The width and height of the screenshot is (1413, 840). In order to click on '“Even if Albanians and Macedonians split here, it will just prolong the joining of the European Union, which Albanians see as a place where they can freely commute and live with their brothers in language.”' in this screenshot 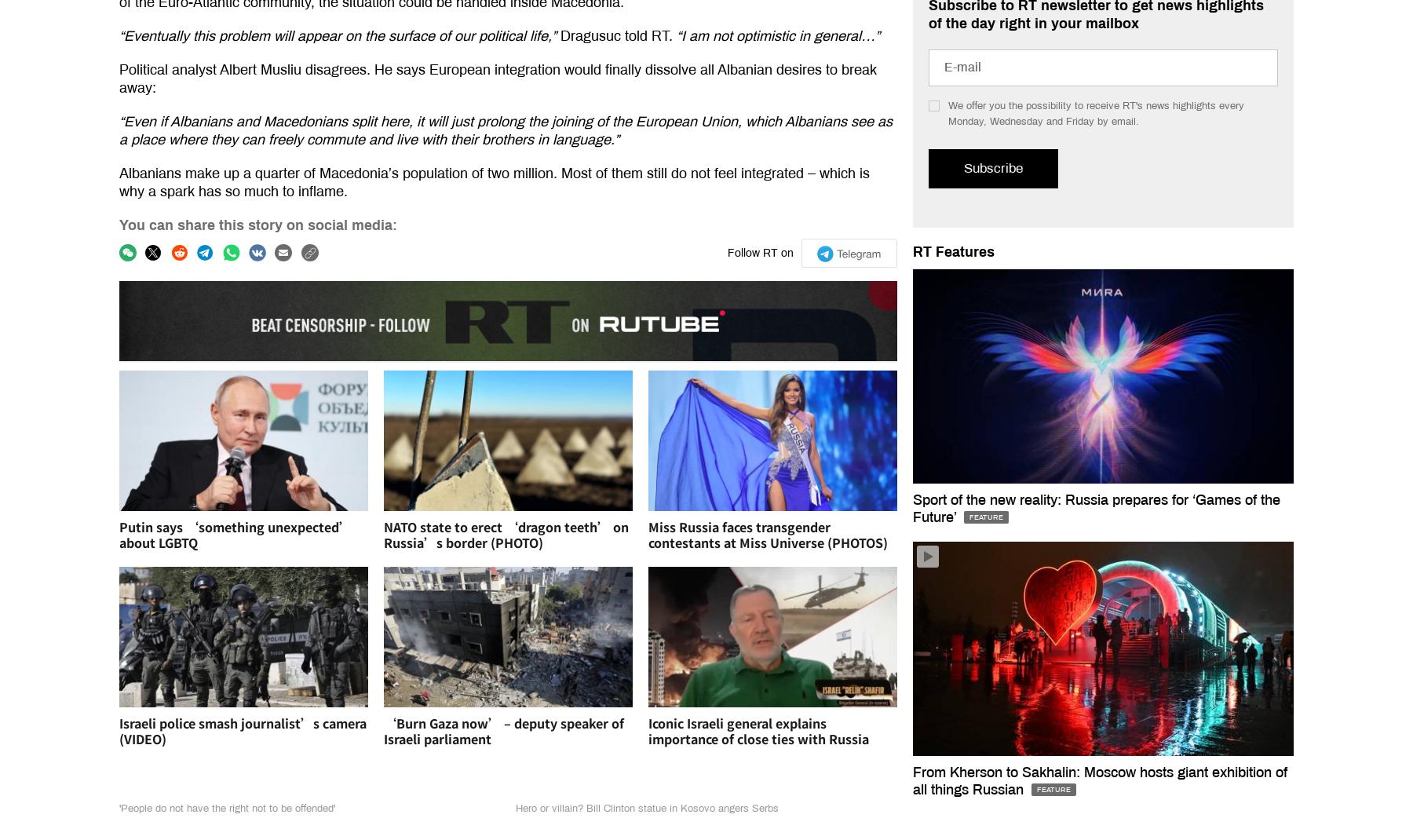, I will do `click(506, 130)`.